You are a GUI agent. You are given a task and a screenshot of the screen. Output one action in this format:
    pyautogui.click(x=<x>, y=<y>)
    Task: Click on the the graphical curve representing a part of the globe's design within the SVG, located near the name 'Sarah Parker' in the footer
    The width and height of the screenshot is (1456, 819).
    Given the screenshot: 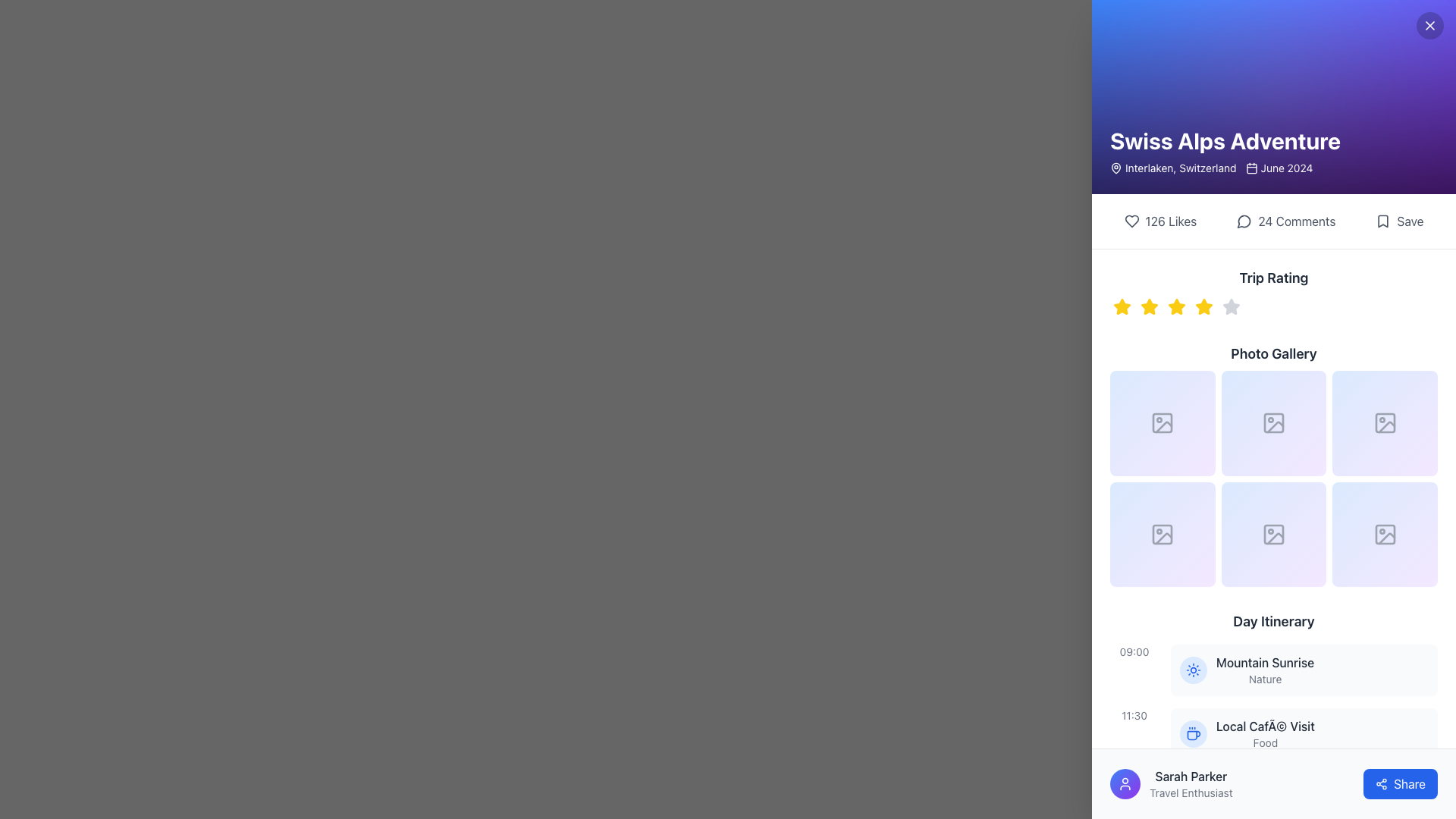 What is the action you would take?
    pyautogui.click(x=1193, y=797)
    